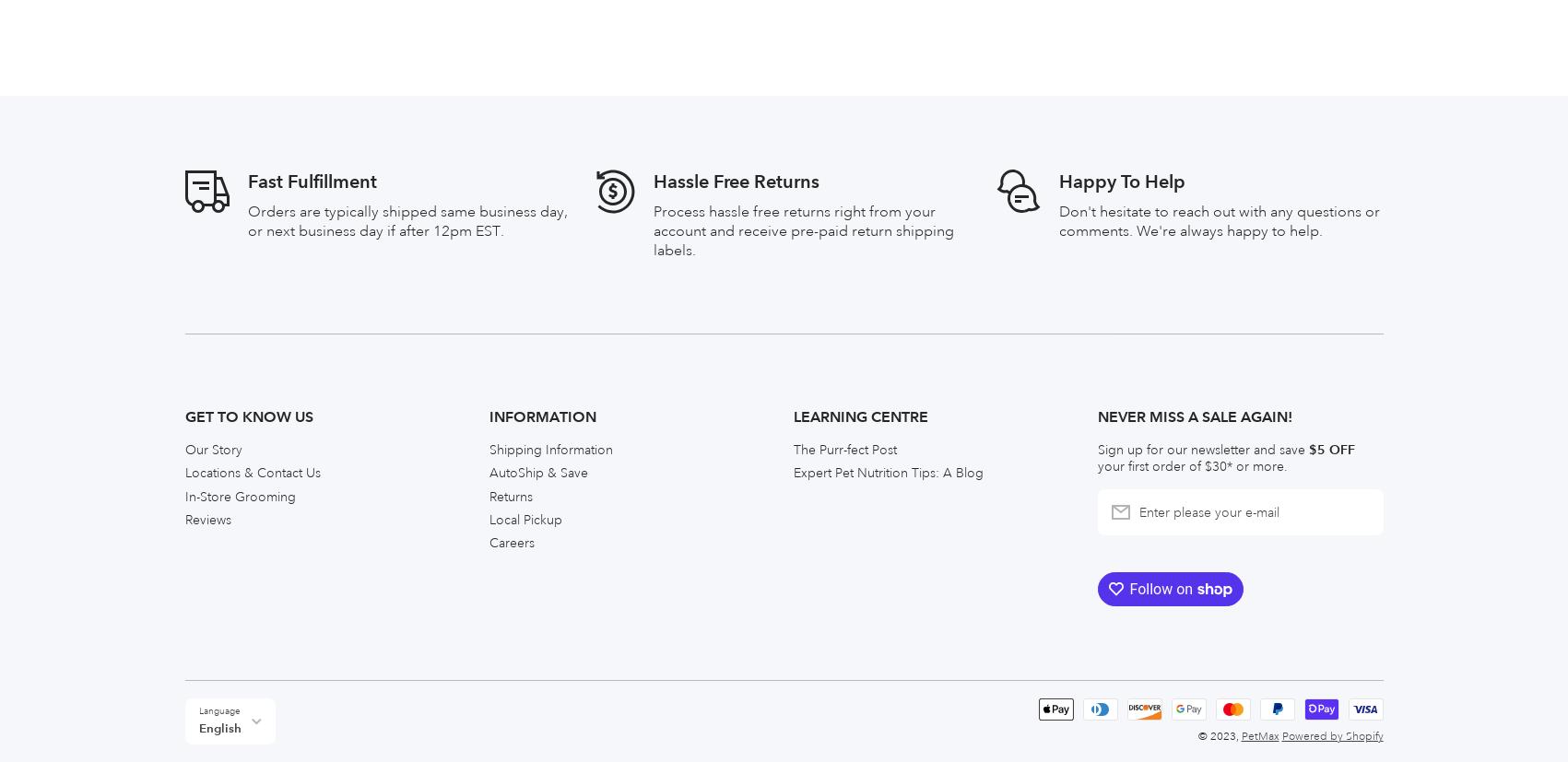 The height and width of the screenshot is (762, 1568). What do you see at coordinates (1258, 321) in the screenshot?
I see `'PetMax'` at bounding box center [1258, 321].